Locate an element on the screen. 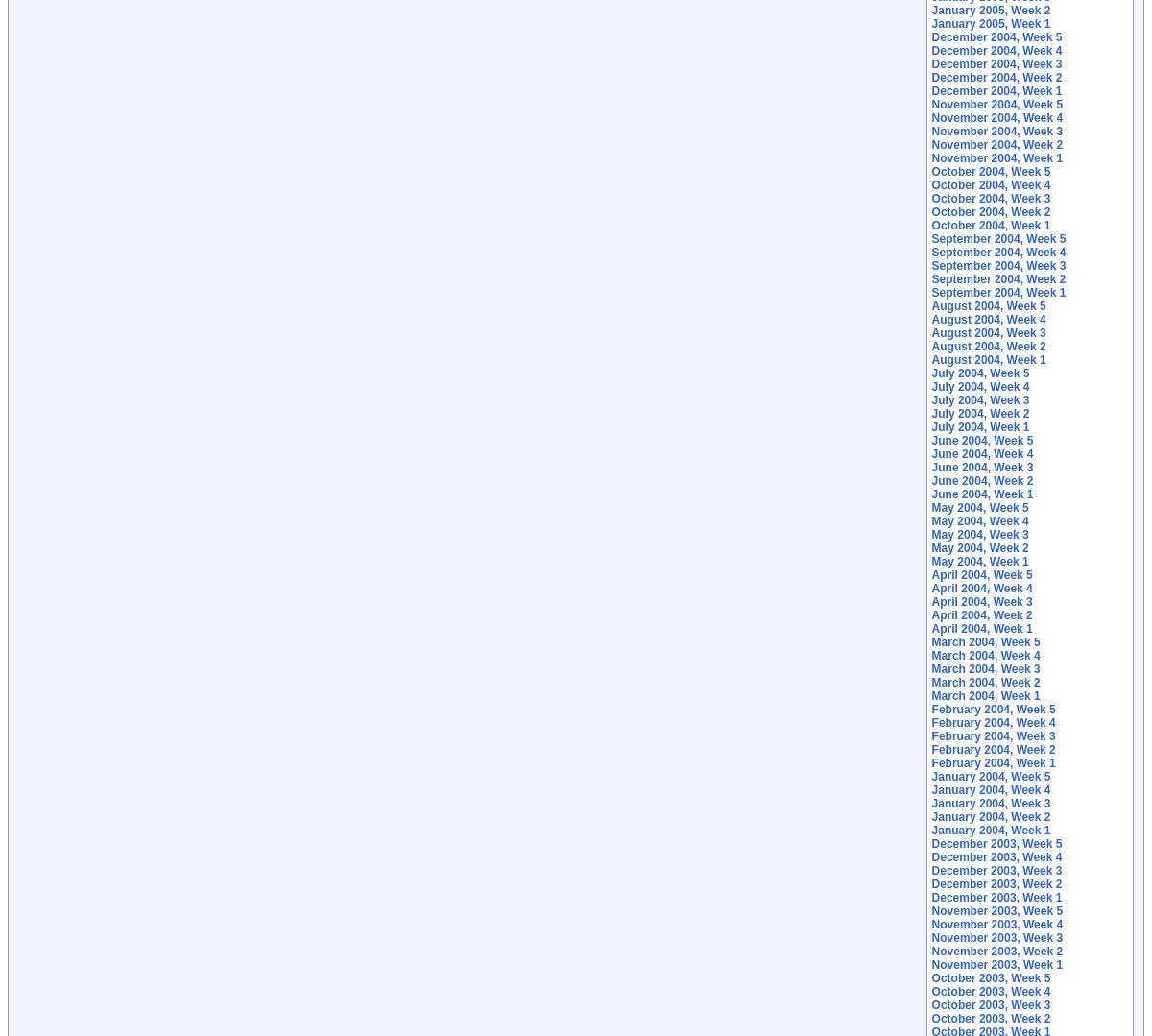 This screenshot has height=1036, width=1152. 'March 2004, Week 3' is located at coordinates (985, 669).